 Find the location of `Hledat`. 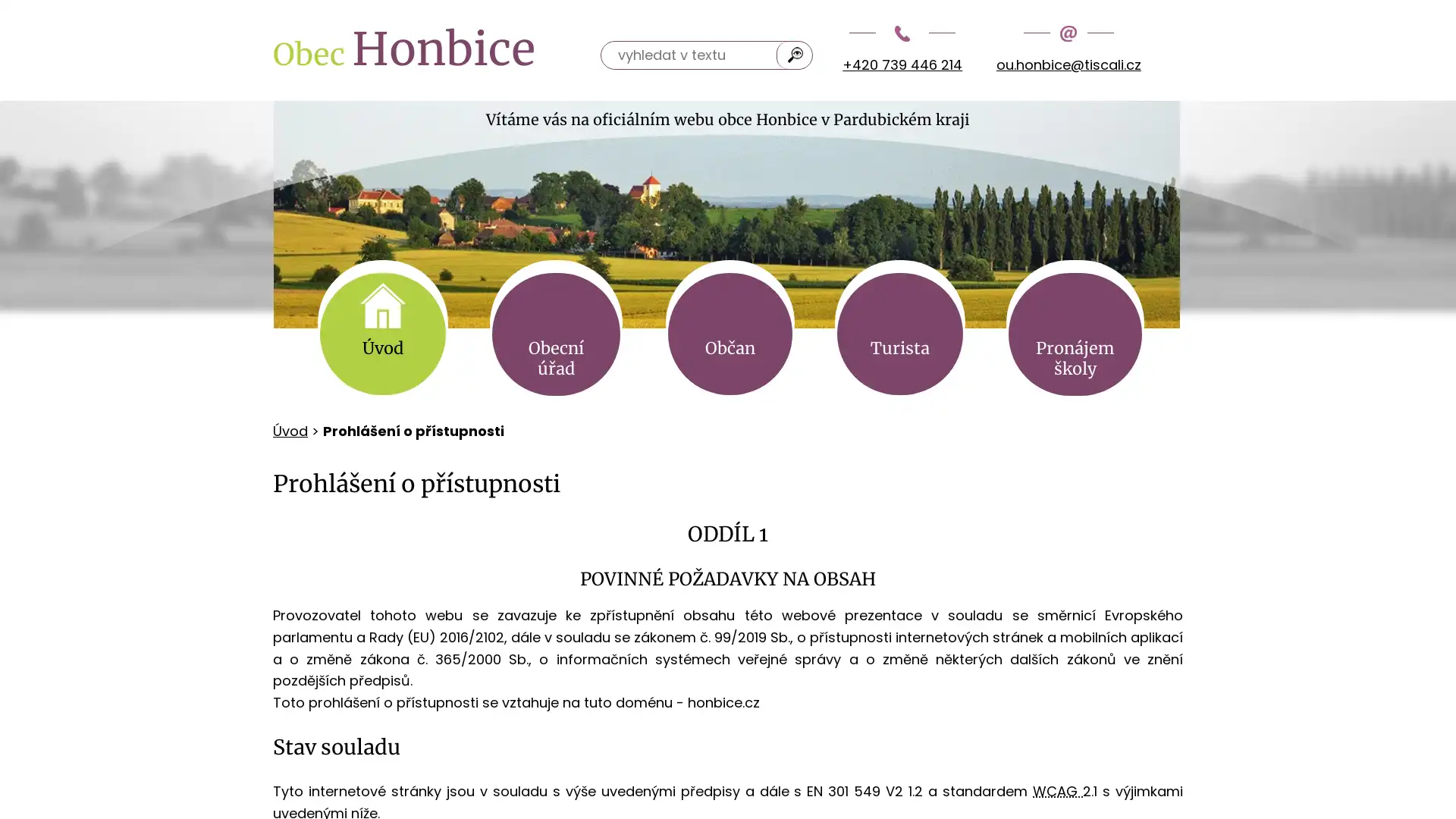

Hledat is located at coordinates (795, 54).